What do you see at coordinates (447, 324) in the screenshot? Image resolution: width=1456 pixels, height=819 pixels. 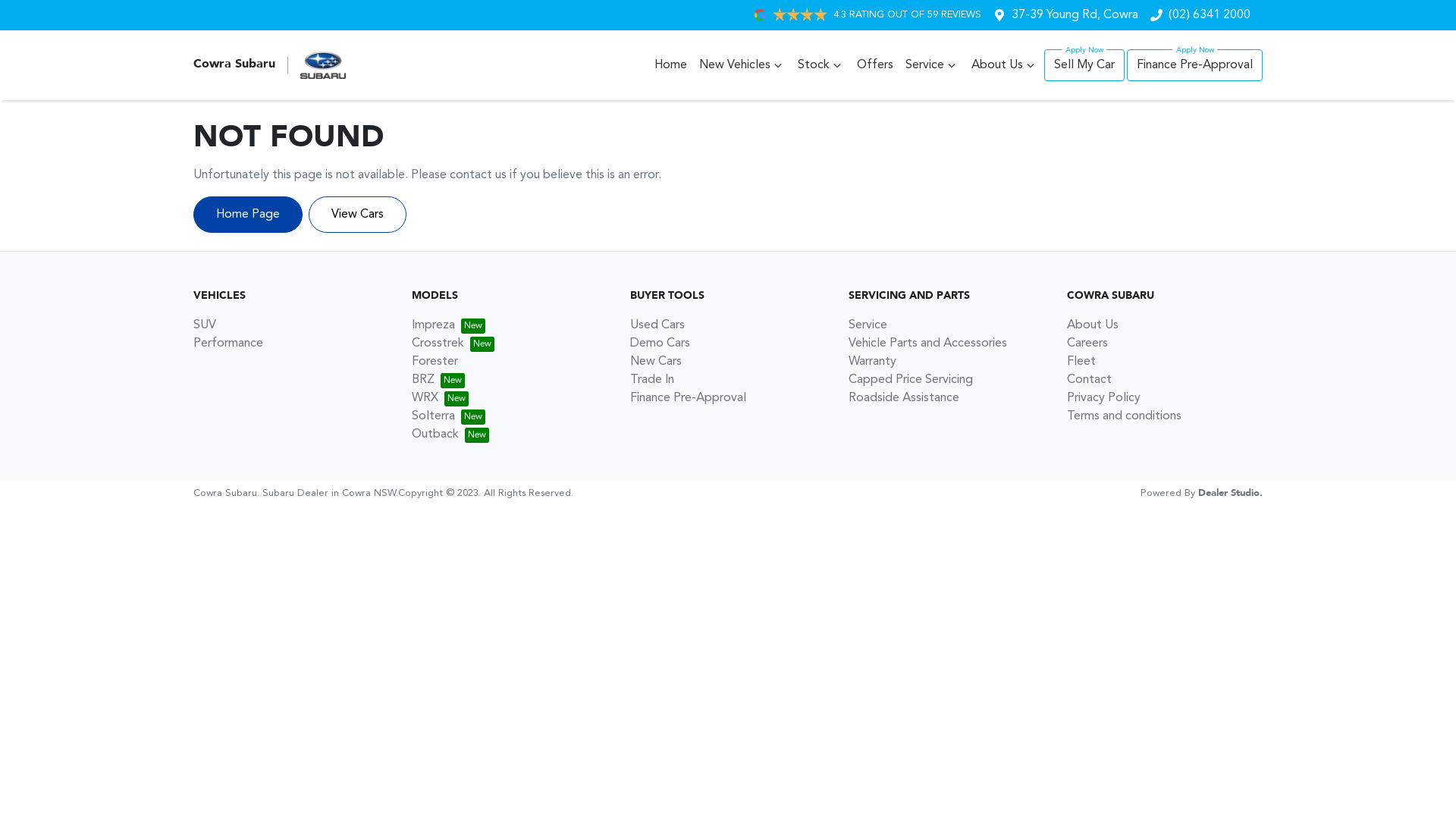 I see `'Impreza'` at bounding box center [447, 324].